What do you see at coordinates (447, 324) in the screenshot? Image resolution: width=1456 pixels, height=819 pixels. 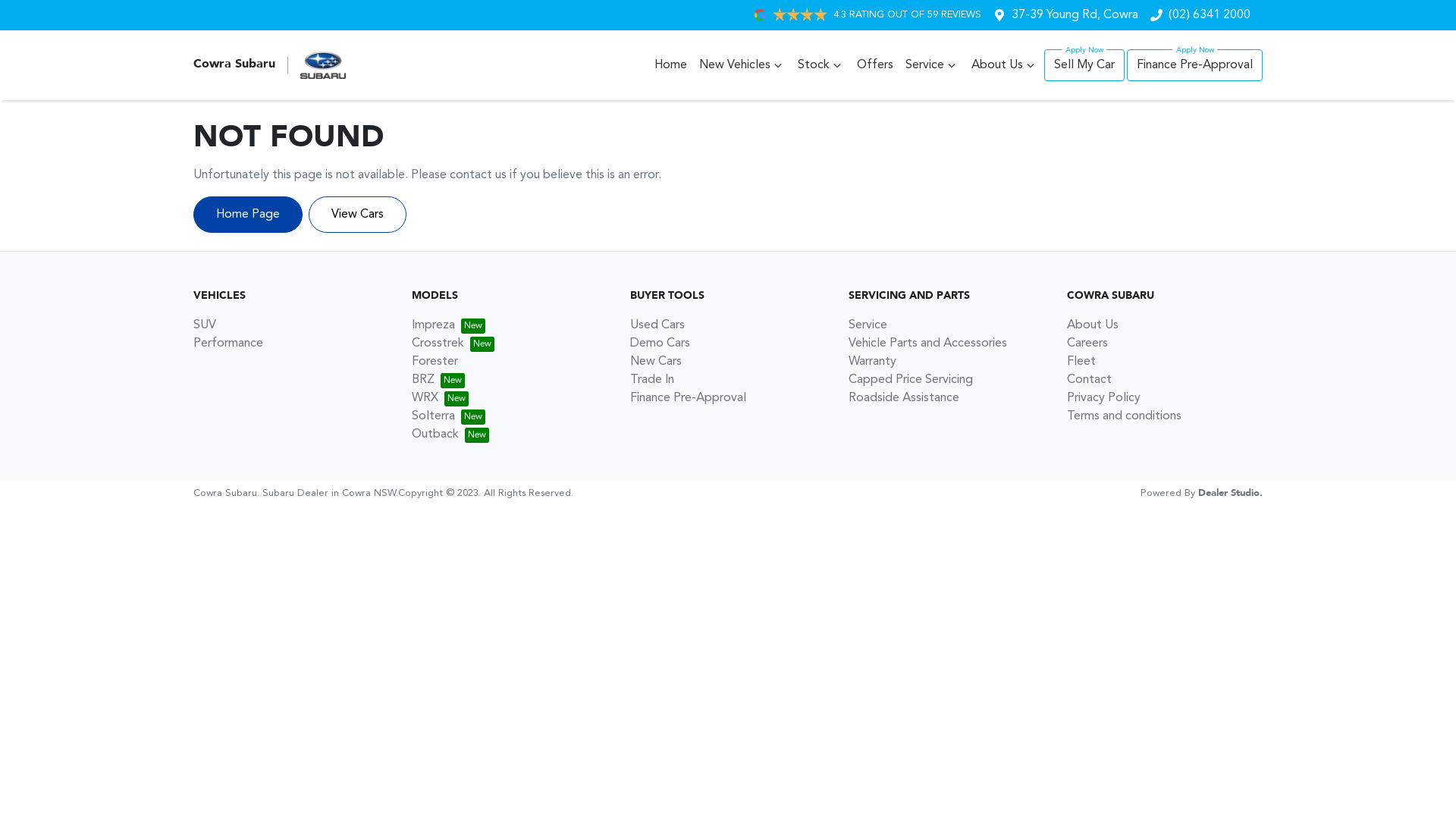 I see `'Impreza'` at bounding box center [447, 324].